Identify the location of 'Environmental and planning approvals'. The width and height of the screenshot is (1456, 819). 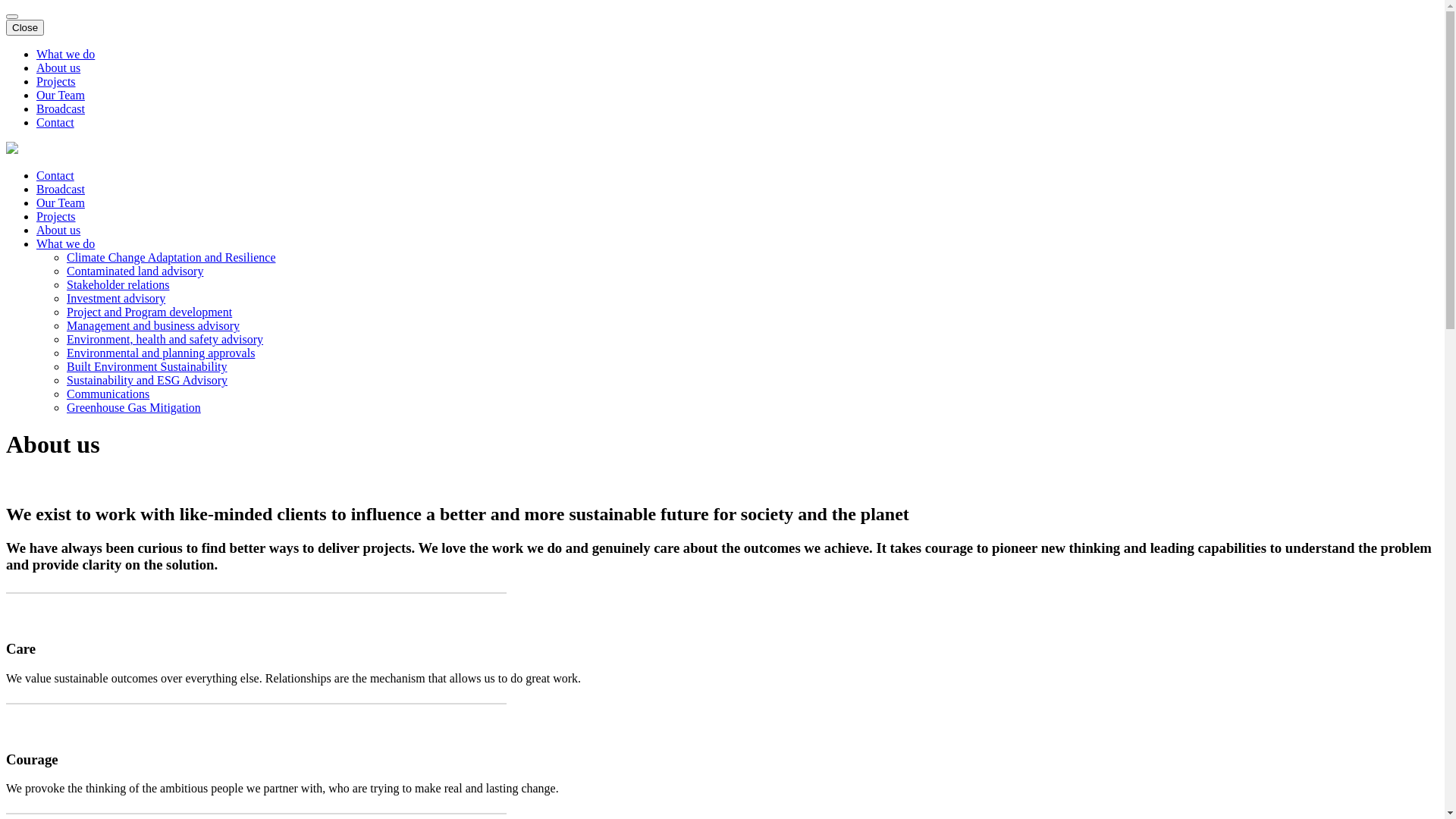
(160, 353).